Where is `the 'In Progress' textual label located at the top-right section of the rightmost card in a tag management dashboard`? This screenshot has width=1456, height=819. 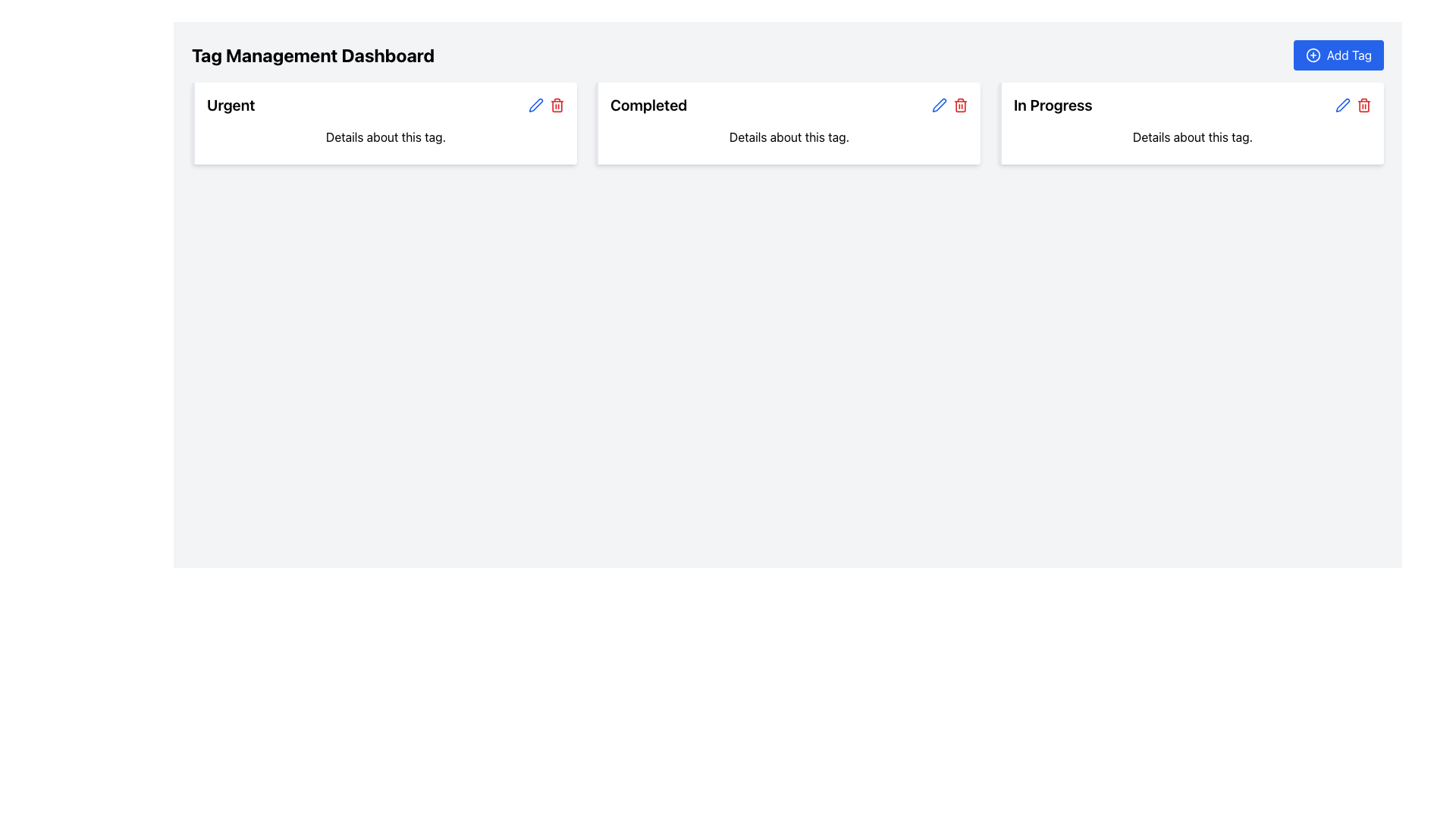
the 'In Progress' textual label located at the top-right section of the rightmost card in a tag management dashboard is located at coordinates (1052, 104).